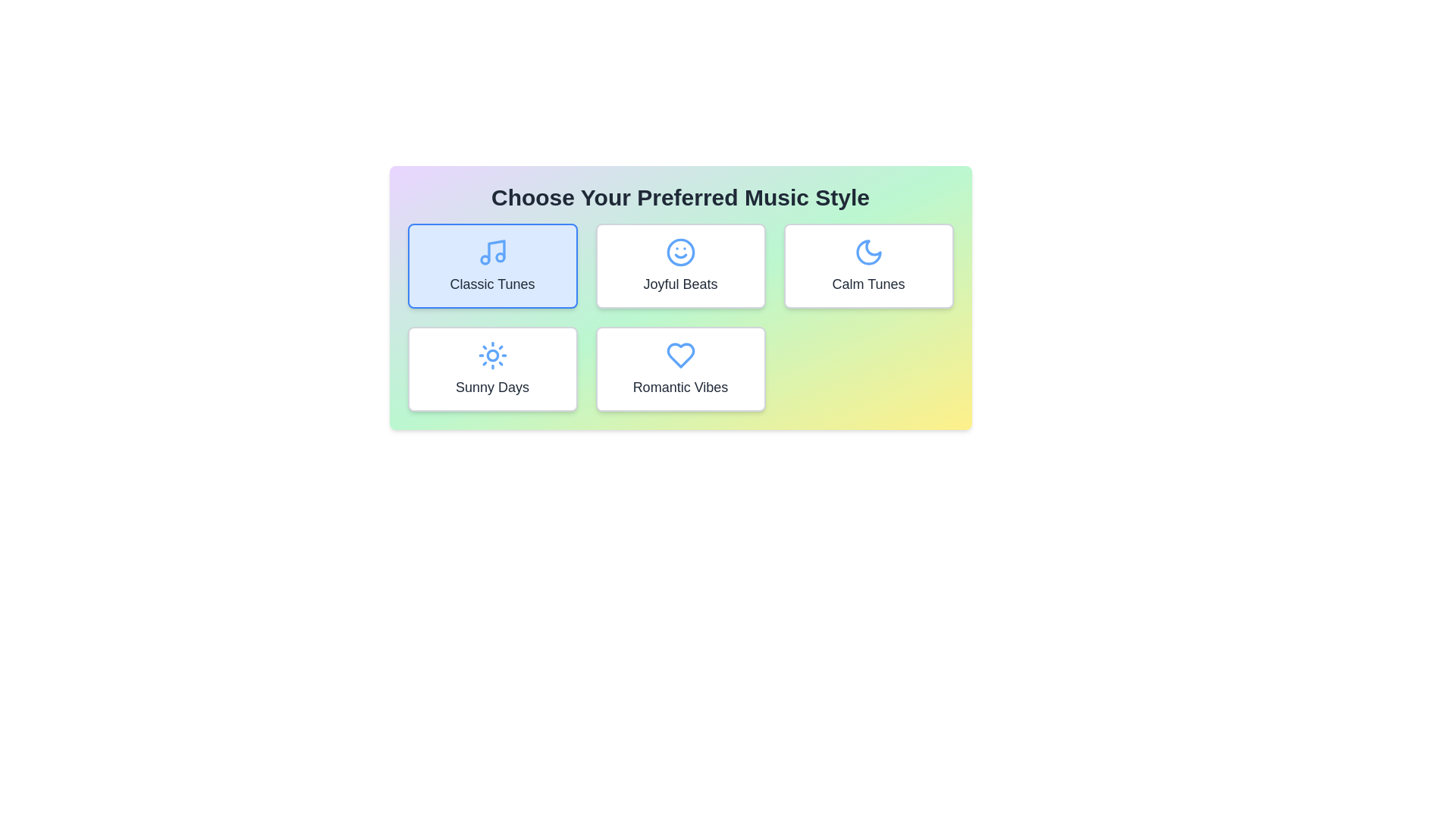 The height and width of the screenshot is (819, 1456). I want to click on the 'Classic Tunes' category icon, which is the first selectable card in the options grid located in the upper-left corner, so click(492, 251).